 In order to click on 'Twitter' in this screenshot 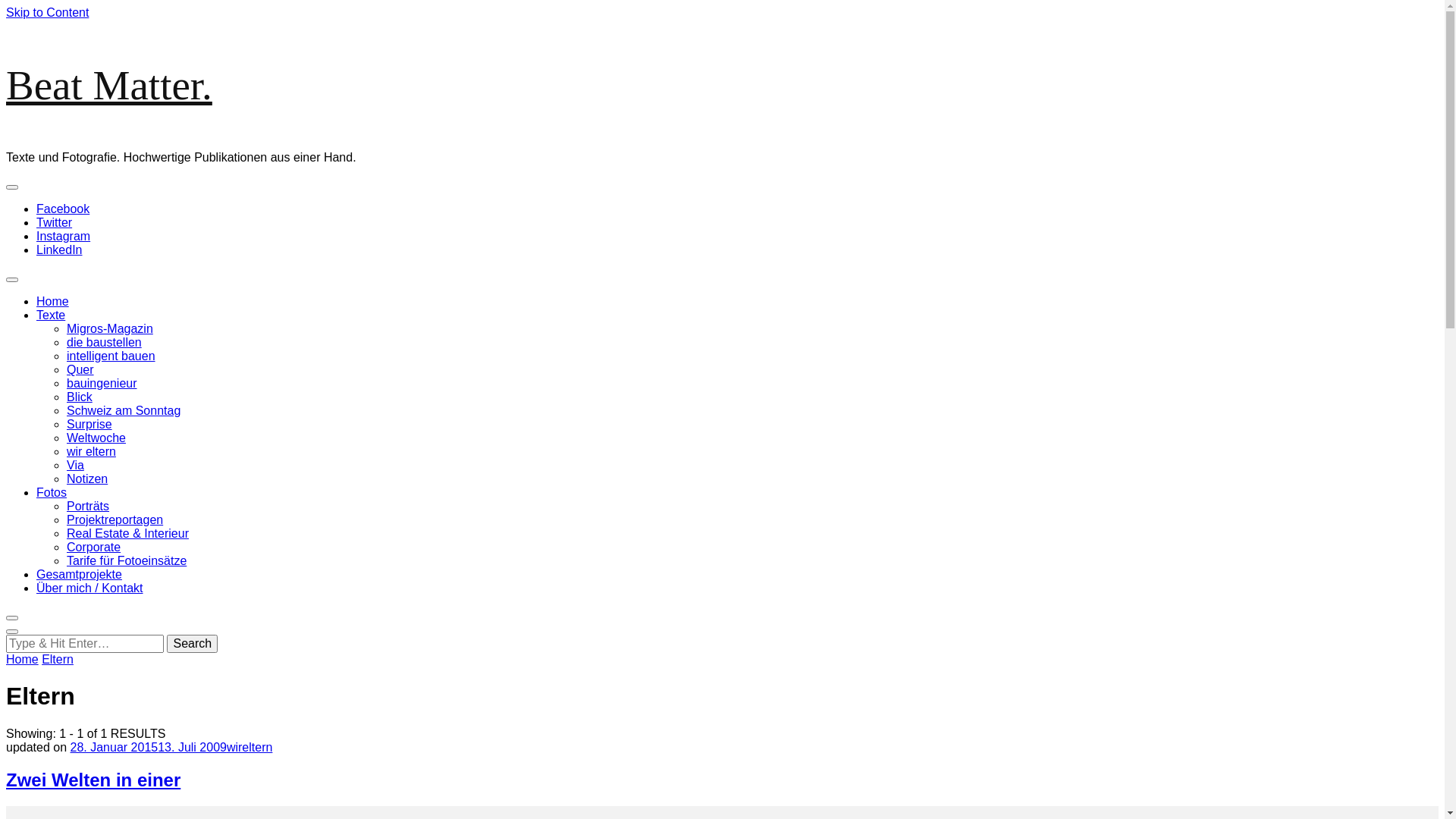, I will do `click(54, 222)`.